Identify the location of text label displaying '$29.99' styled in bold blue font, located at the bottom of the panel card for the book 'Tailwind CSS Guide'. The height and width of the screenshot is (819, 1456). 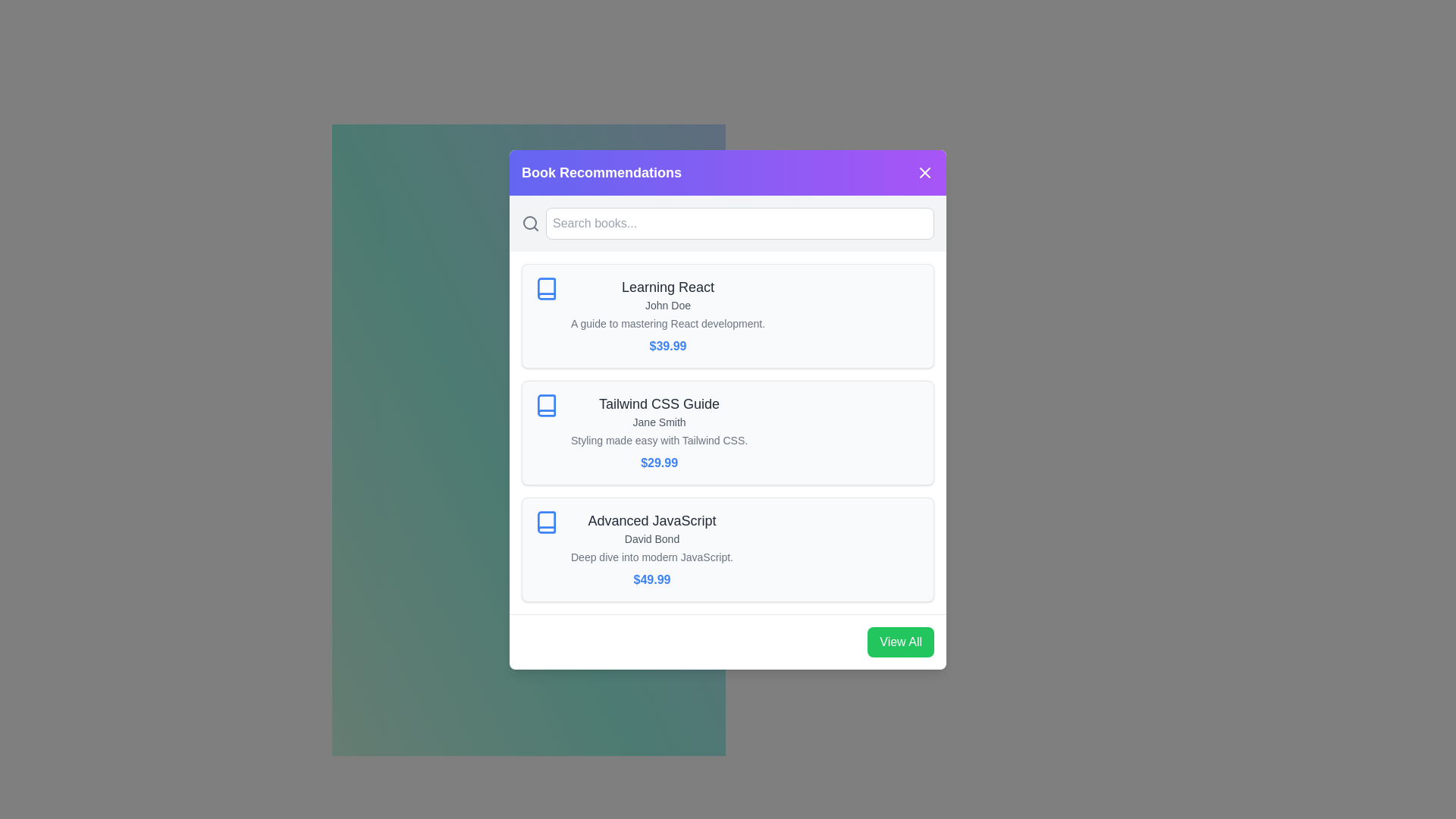
(659, 462).